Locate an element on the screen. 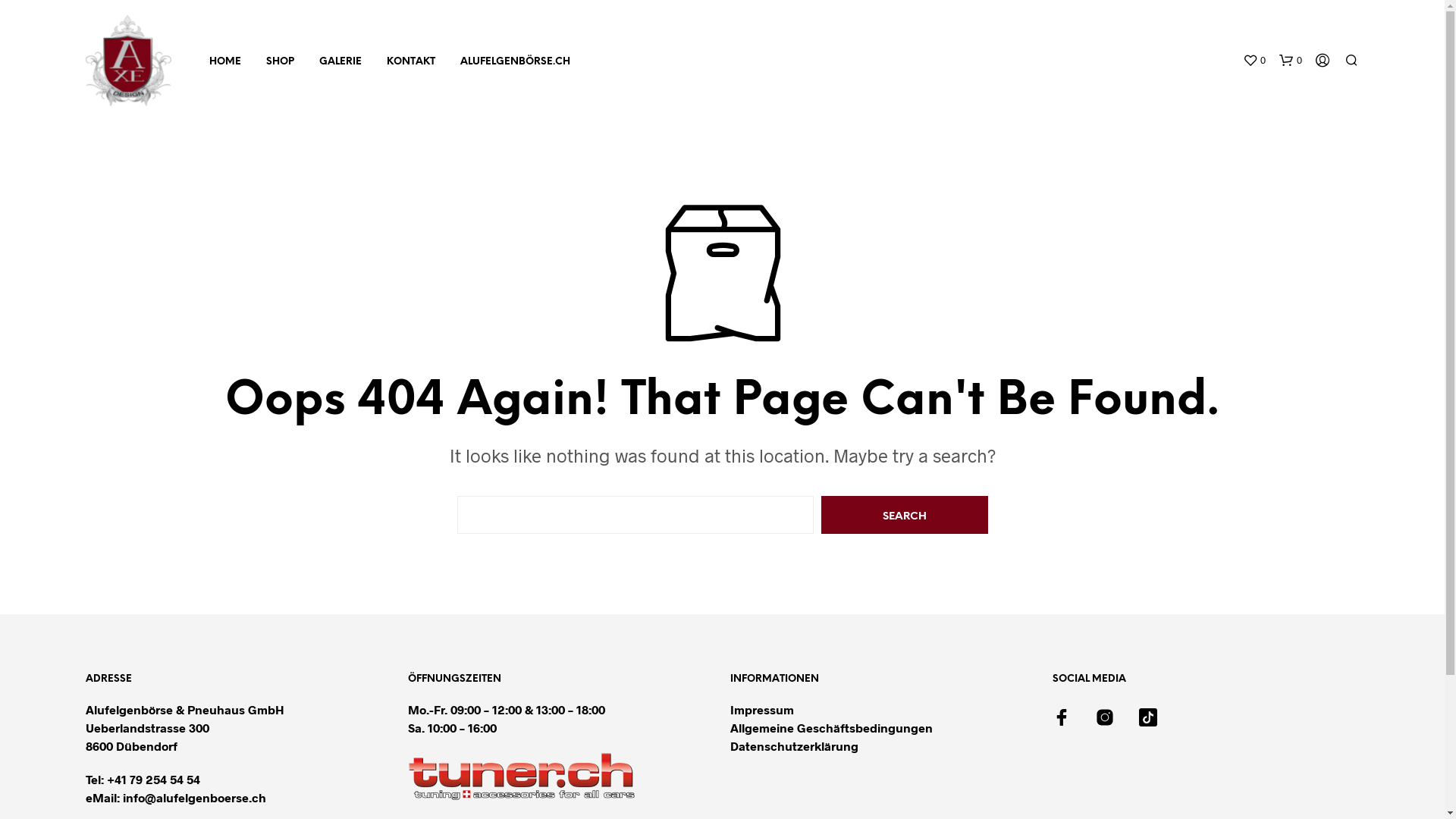 The height and width of the screenshot is (819, 1456). 'Search' is located at coordinates (903, 513).